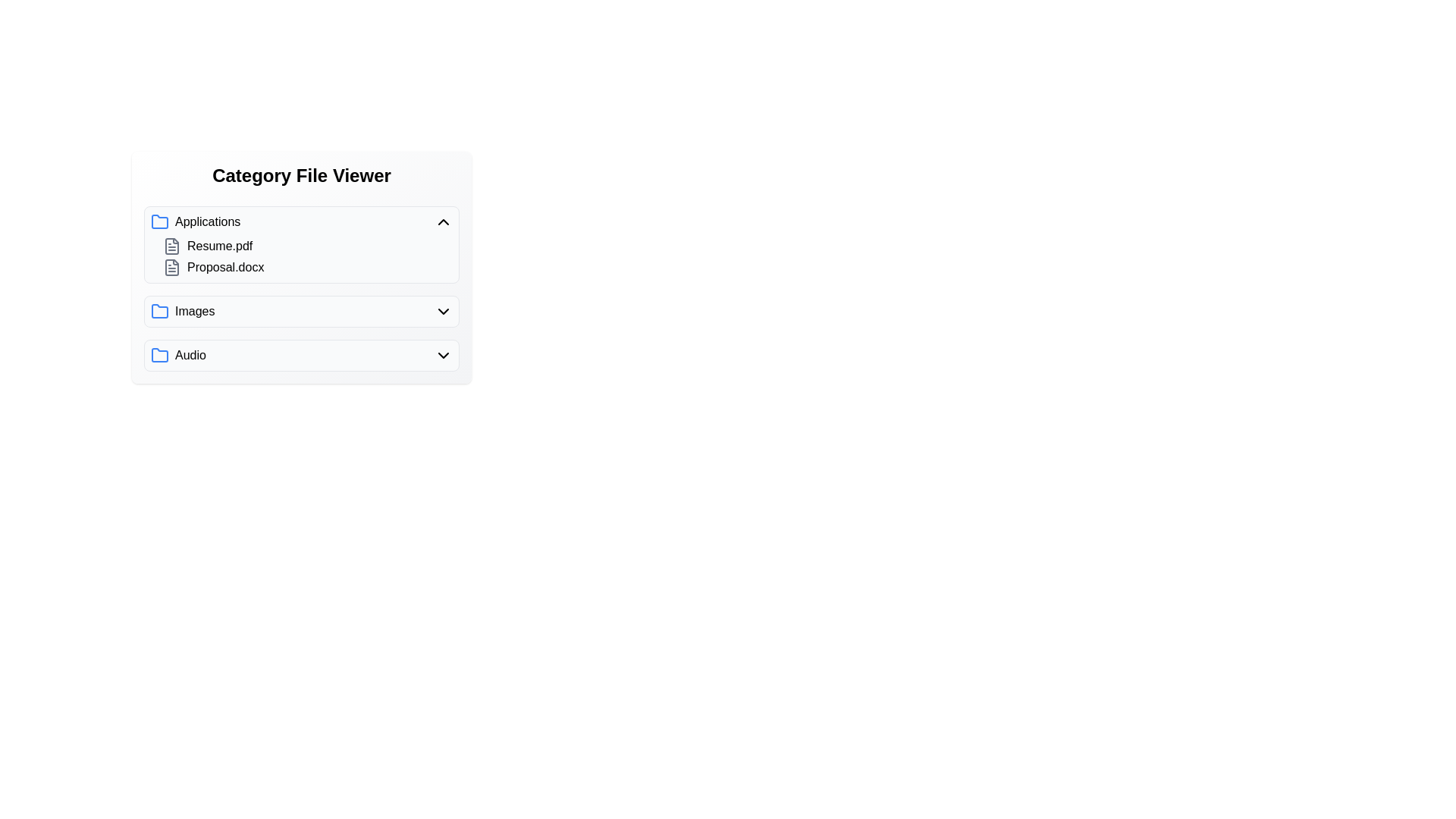 The width and height of the screenshot is (1456, 819). Describe the element at coordinates (171, 245) in the screenshot. I see `the file icon for Resume.pdf` at that location.